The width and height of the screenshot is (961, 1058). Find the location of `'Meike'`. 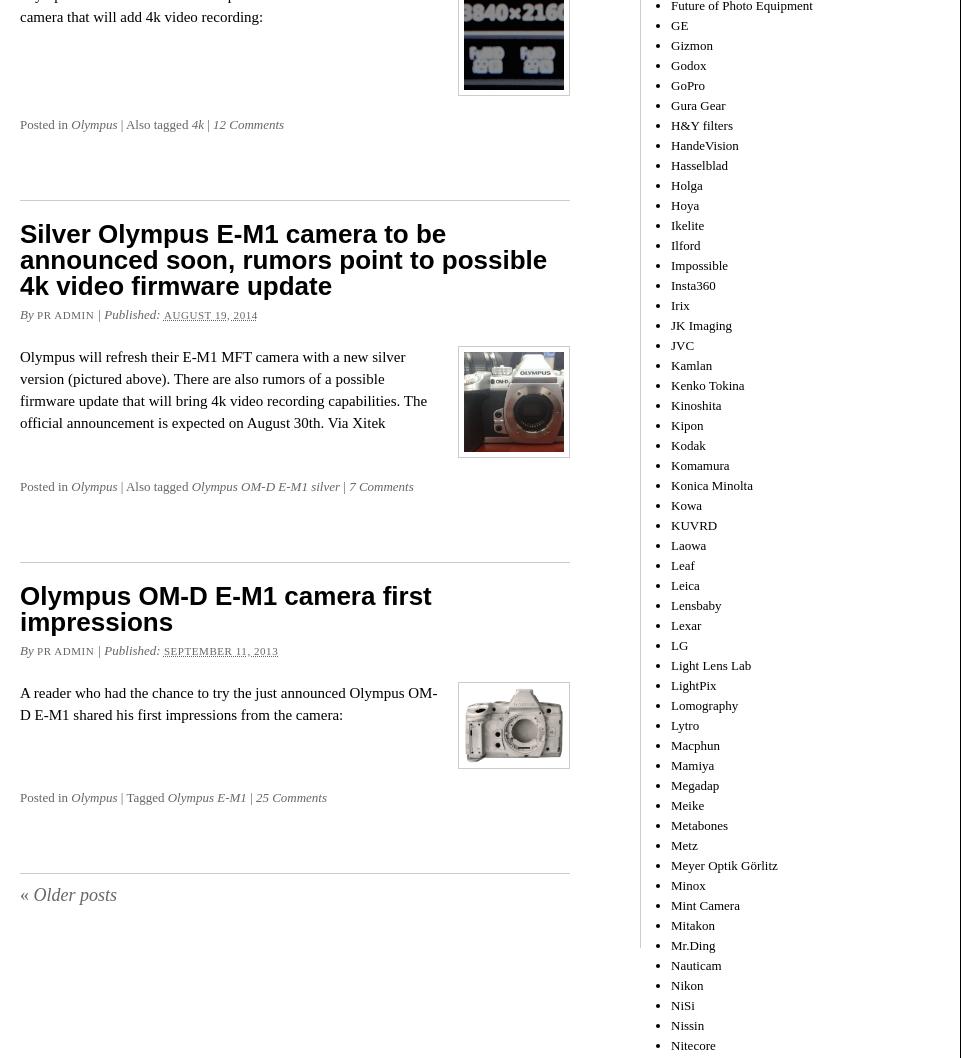

'Meike' is located at coordinates (686, 803).